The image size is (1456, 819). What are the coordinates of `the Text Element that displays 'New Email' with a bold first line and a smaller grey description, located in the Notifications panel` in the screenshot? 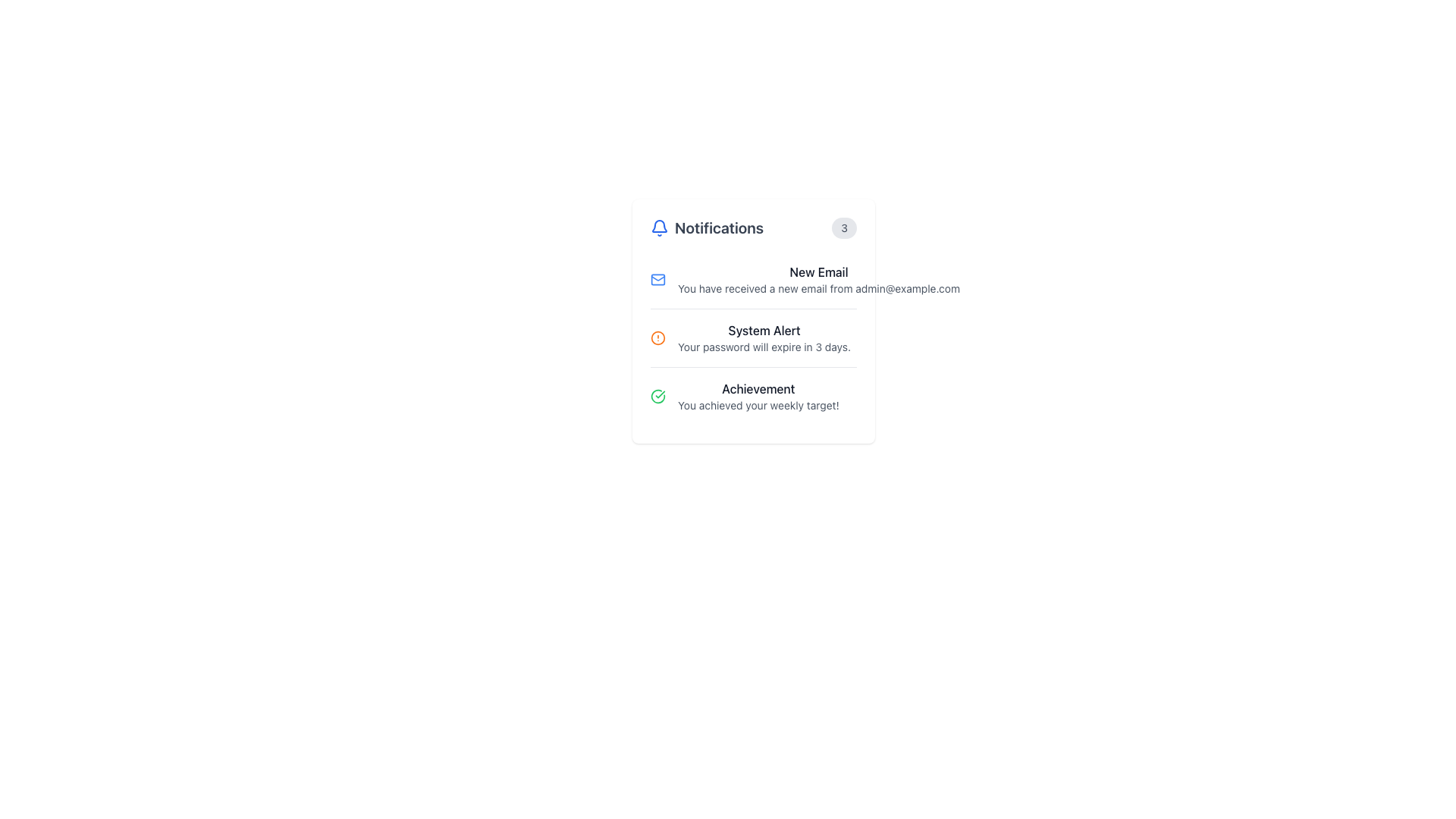 It's located at (818, 280).